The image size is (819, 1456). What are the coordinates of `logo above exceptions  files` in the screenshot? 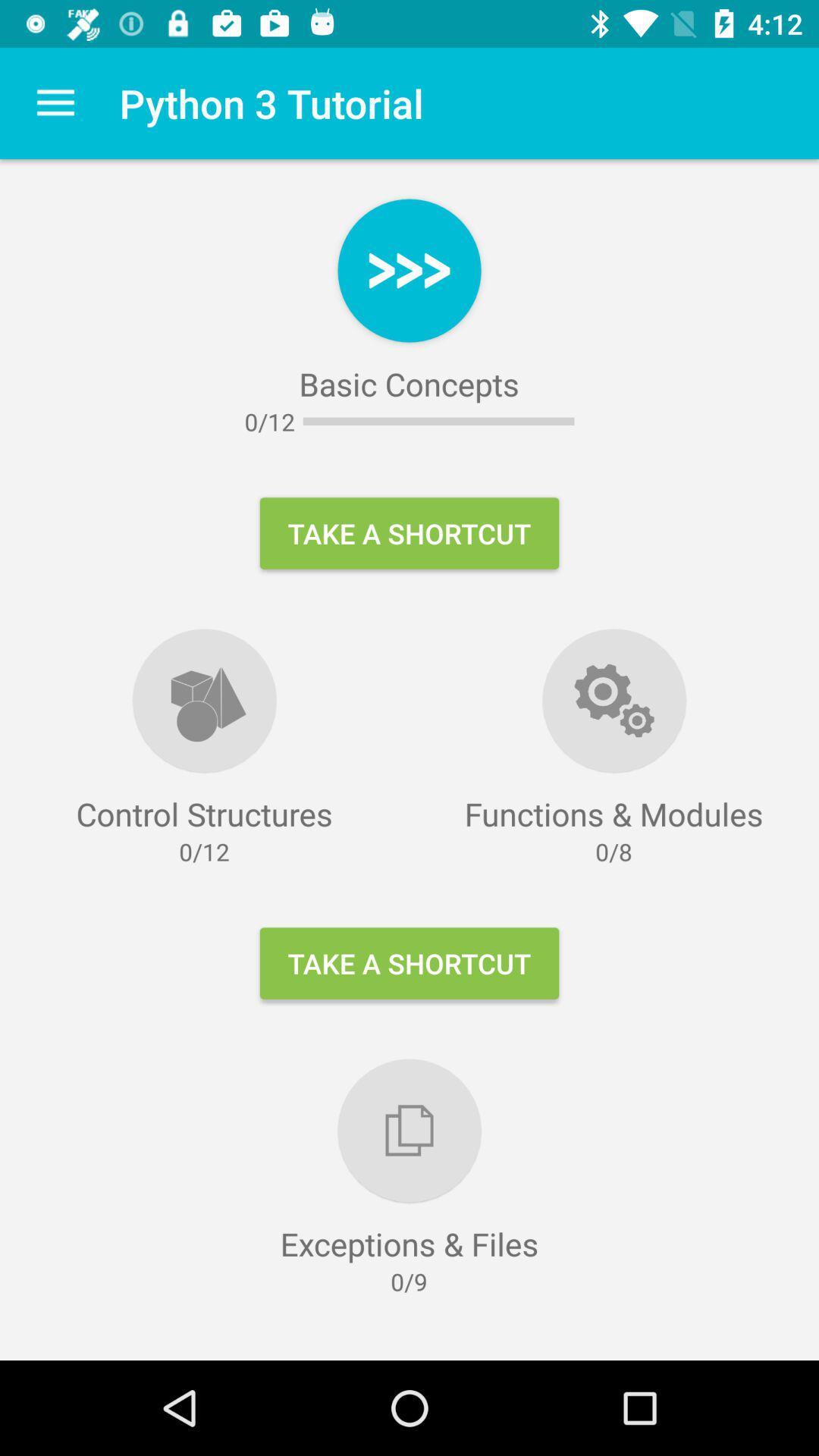 It's located at (409, 1131).